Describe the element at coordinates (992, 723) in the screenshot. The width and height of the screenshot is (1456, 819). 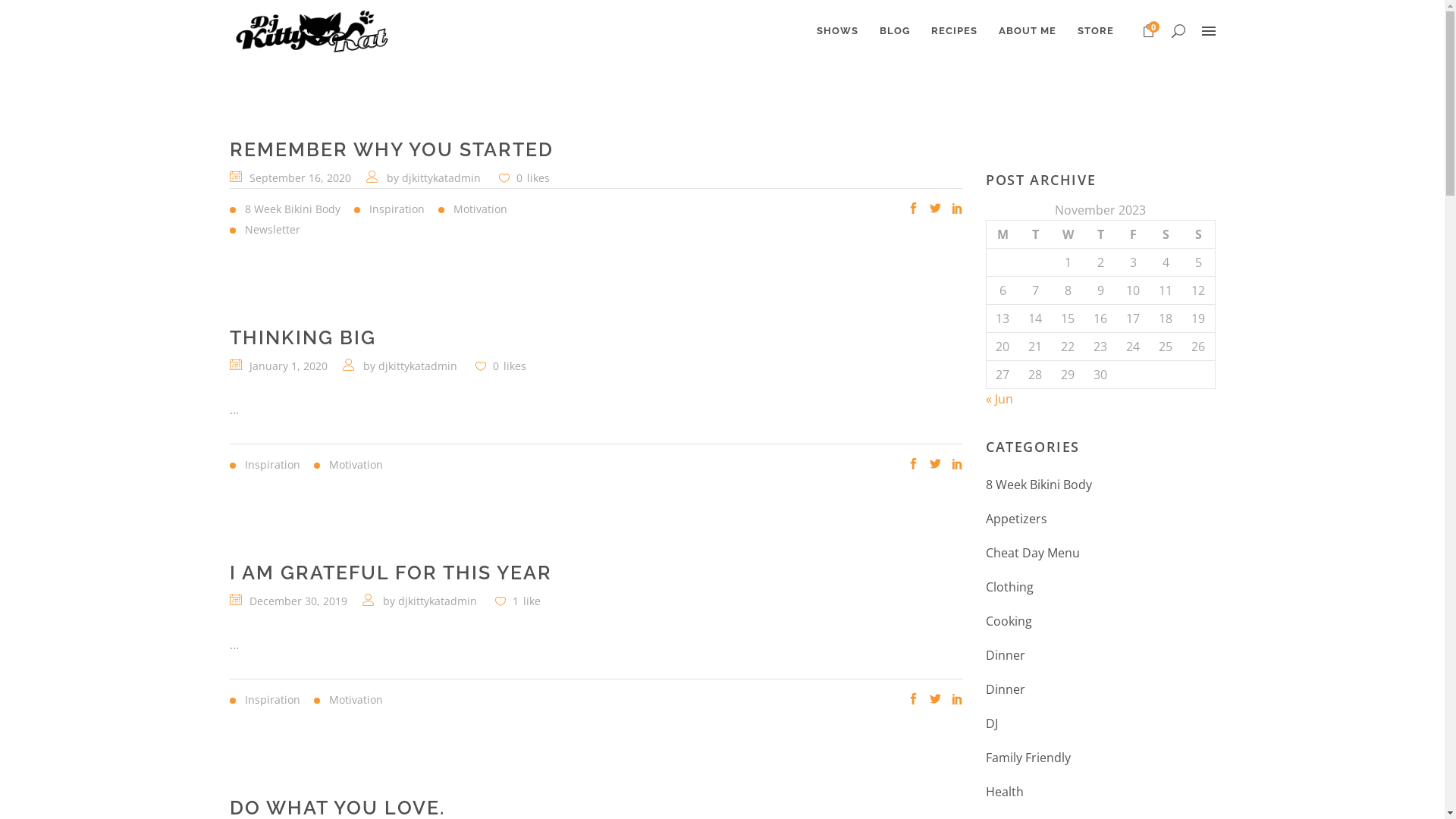
I see `'DJ'` at that location.